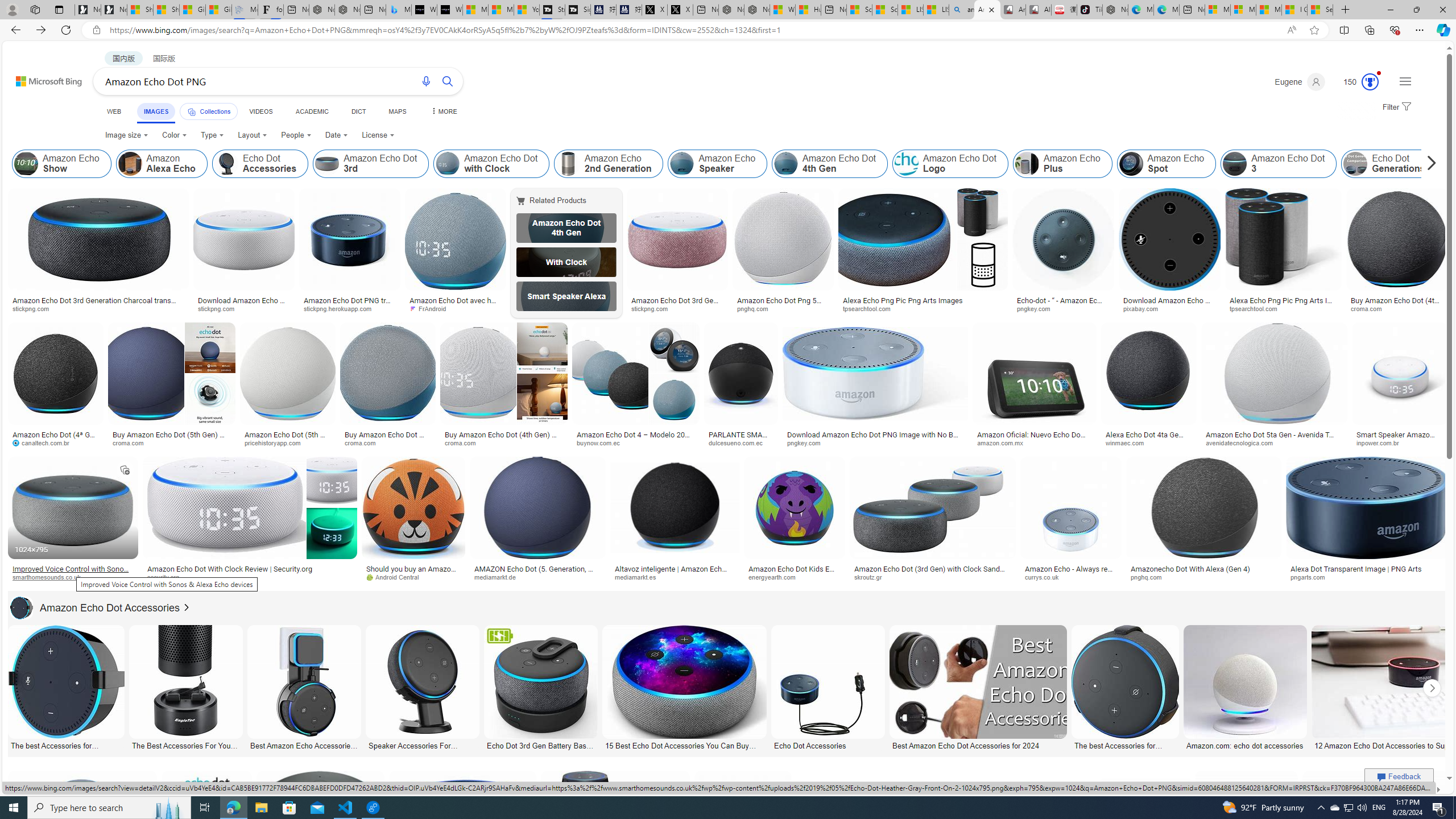 Image resolution: width=1456 pixels, height=819 pixels. Describe the element at coordinates (677, 309) in the screenshot. I see `'stickpng.com'` at that location.